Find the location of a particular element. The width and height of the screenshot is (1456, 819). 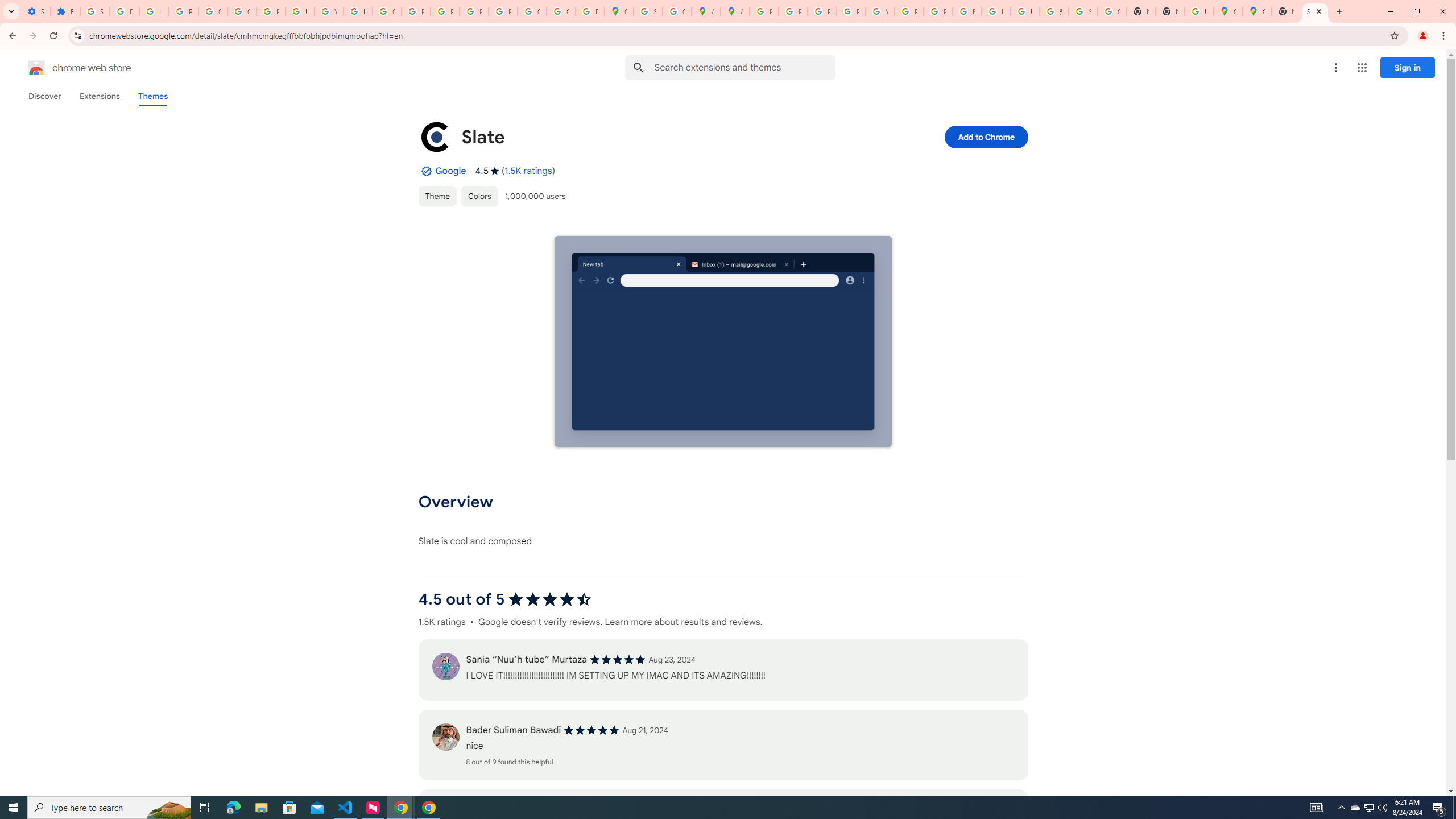

'New Tab' is located at coordinates (1169, 11).